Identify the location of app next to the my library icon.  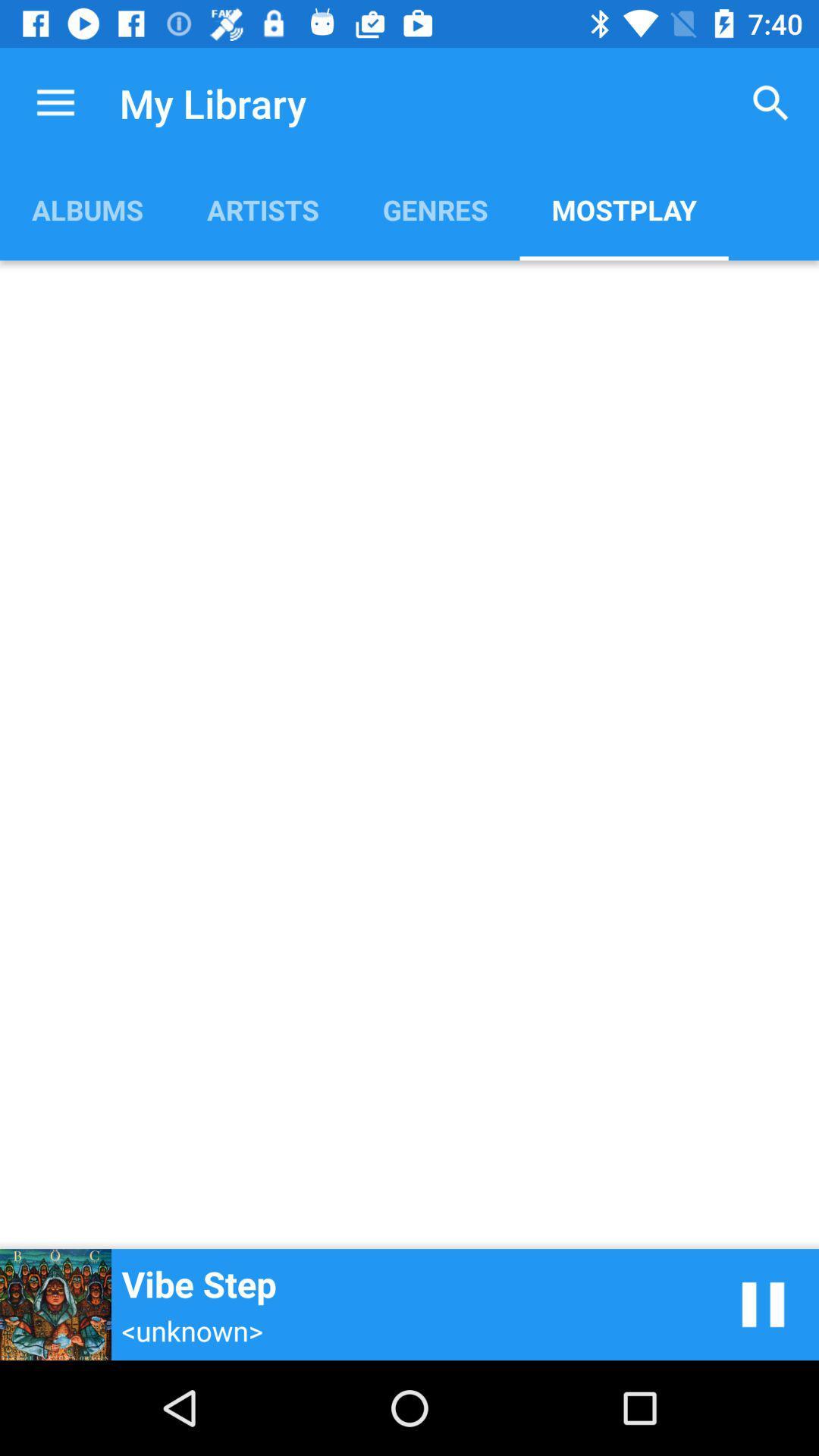
(55, 102).